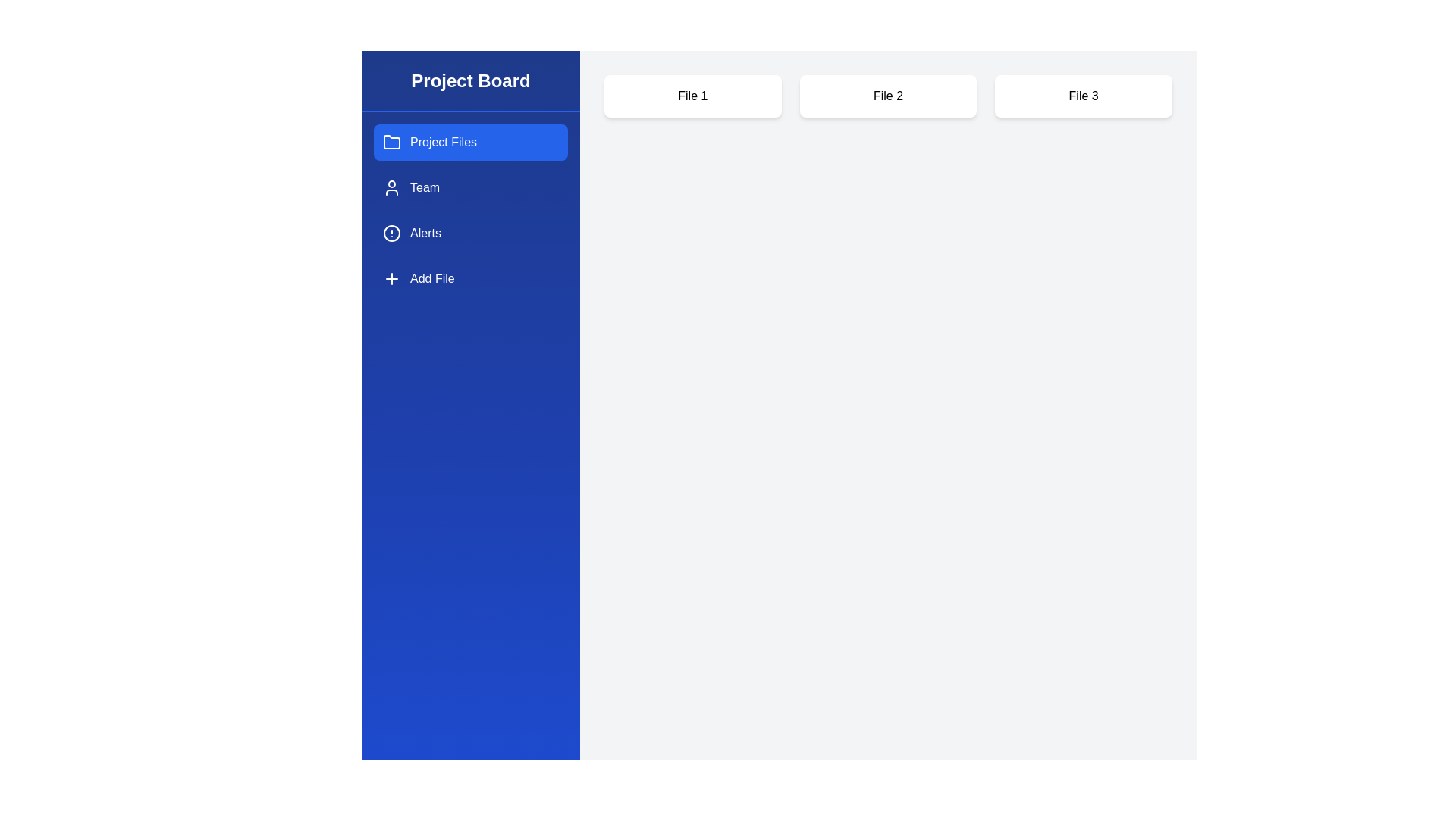 This screenshot has height=819, width=1456. What do you see at coordinates (443, 143) in the screenshot?
I see `the 'Project Files' text label within the vertical navigation bar on the left side of the interface to interact with the navigation item` at bounding box center [443, 143].